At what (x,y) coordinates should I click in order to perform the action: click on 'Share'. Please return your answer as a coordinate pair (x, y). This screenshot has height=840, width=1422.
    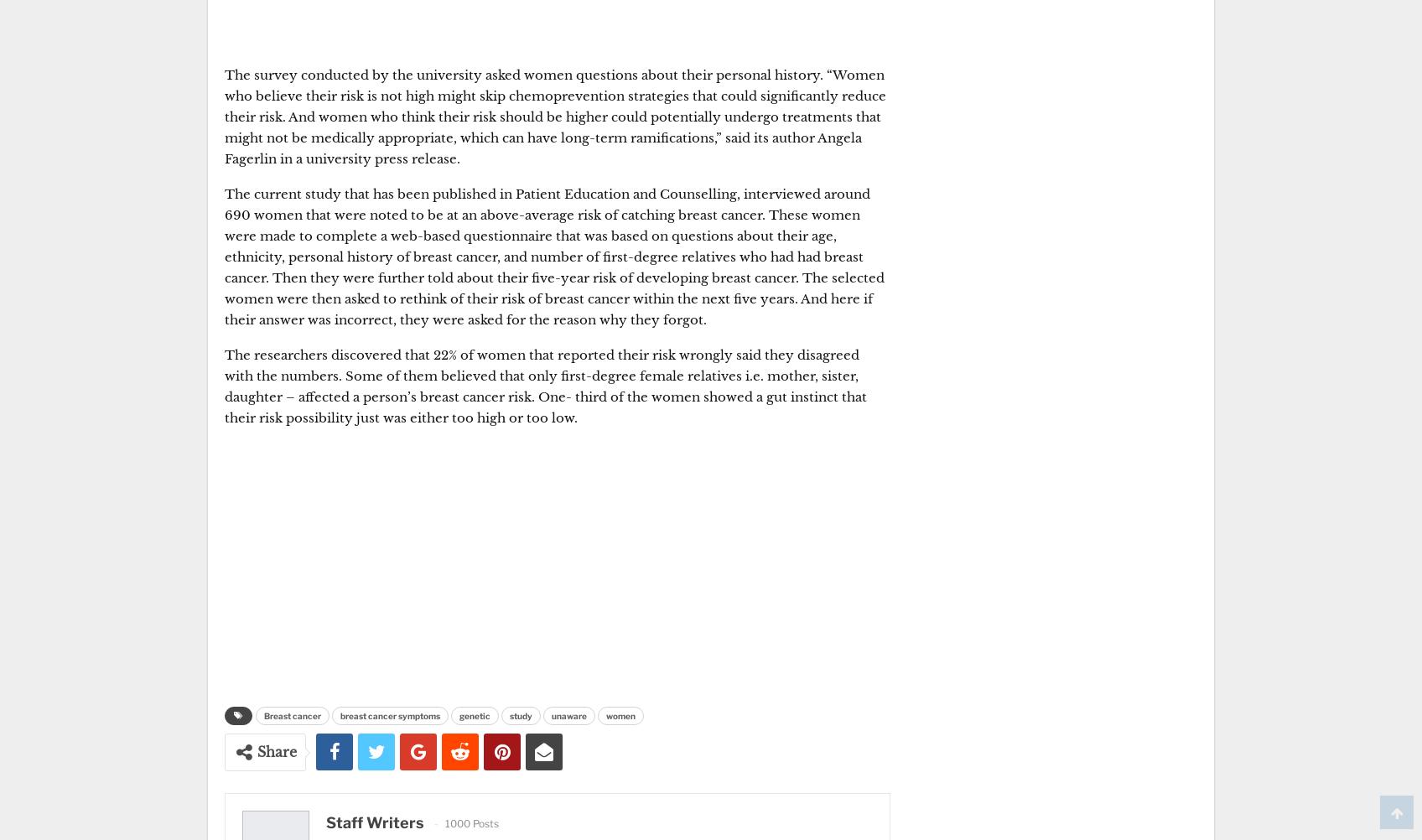
    Looking at the image, I should click on (277, 751).